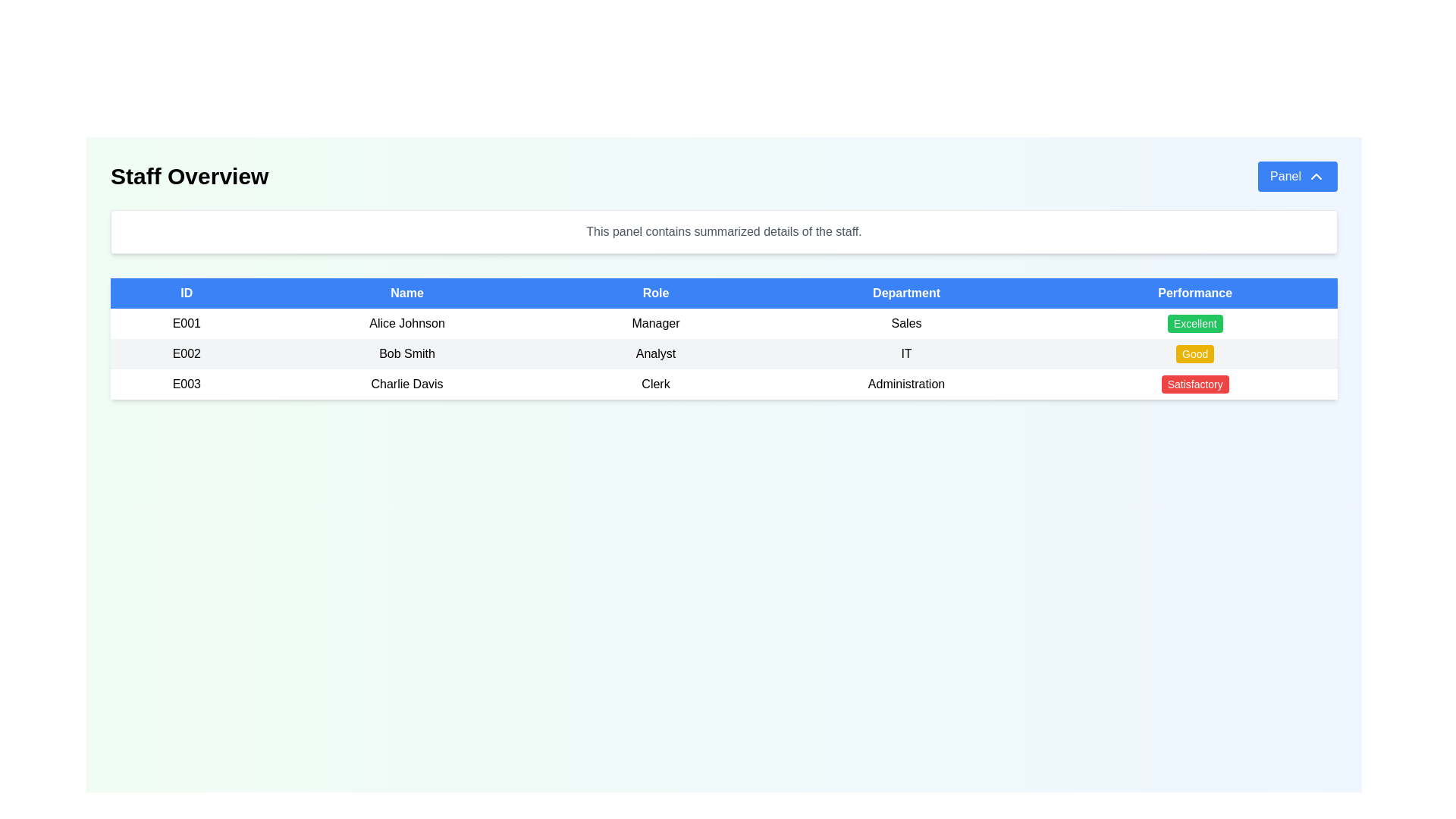  Describe the element at coordinates (1297, 175) in the screenshot. I see `the blue rectangular button labeled 'Panel' with an upward-pointing arrow icon` at that location.